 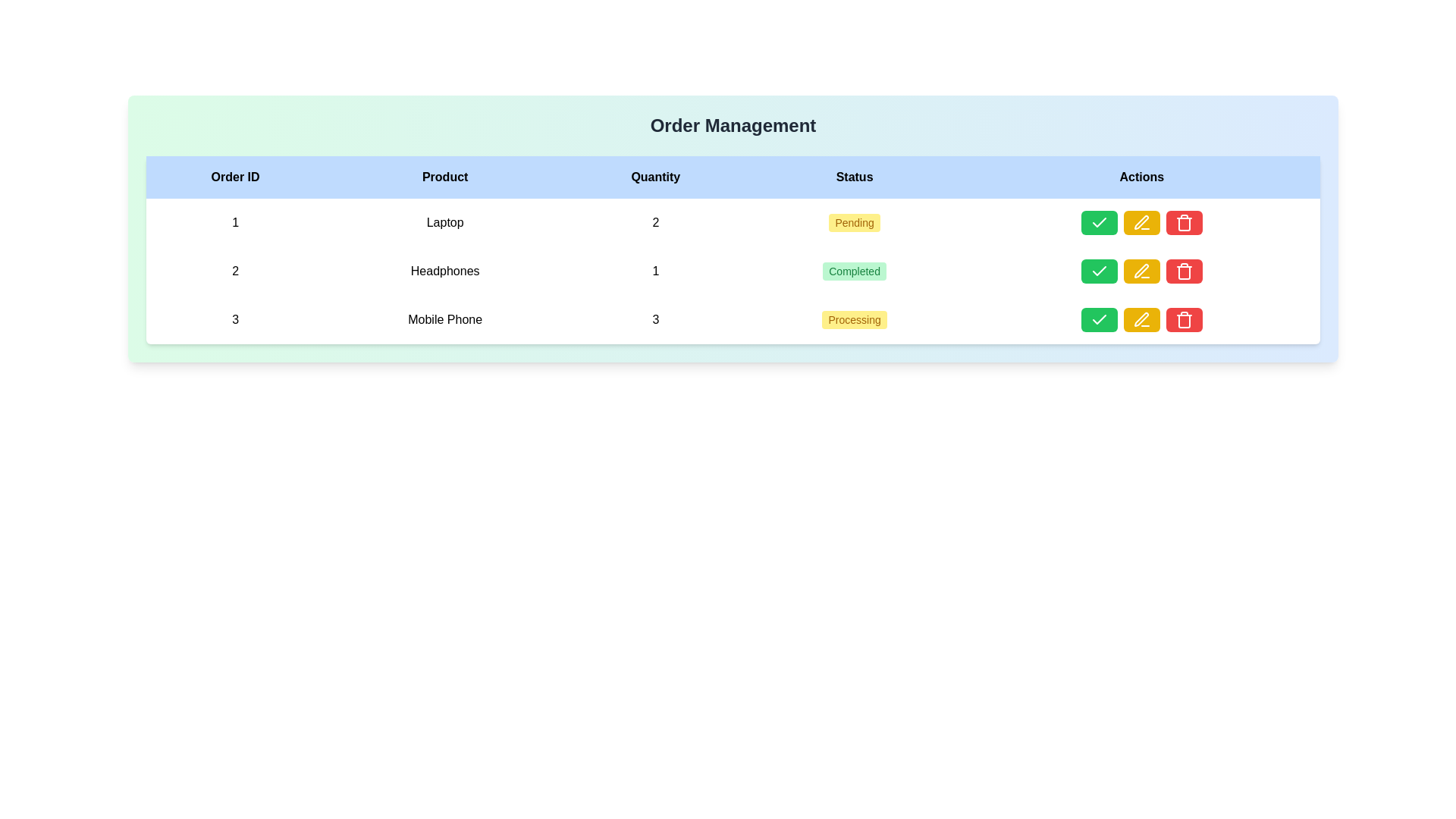 I want to click on the edit action icon within the yellow button located in the 'Actions' column of the second row of the table to visualize interactive feedback, so click(x=1141, y=271).